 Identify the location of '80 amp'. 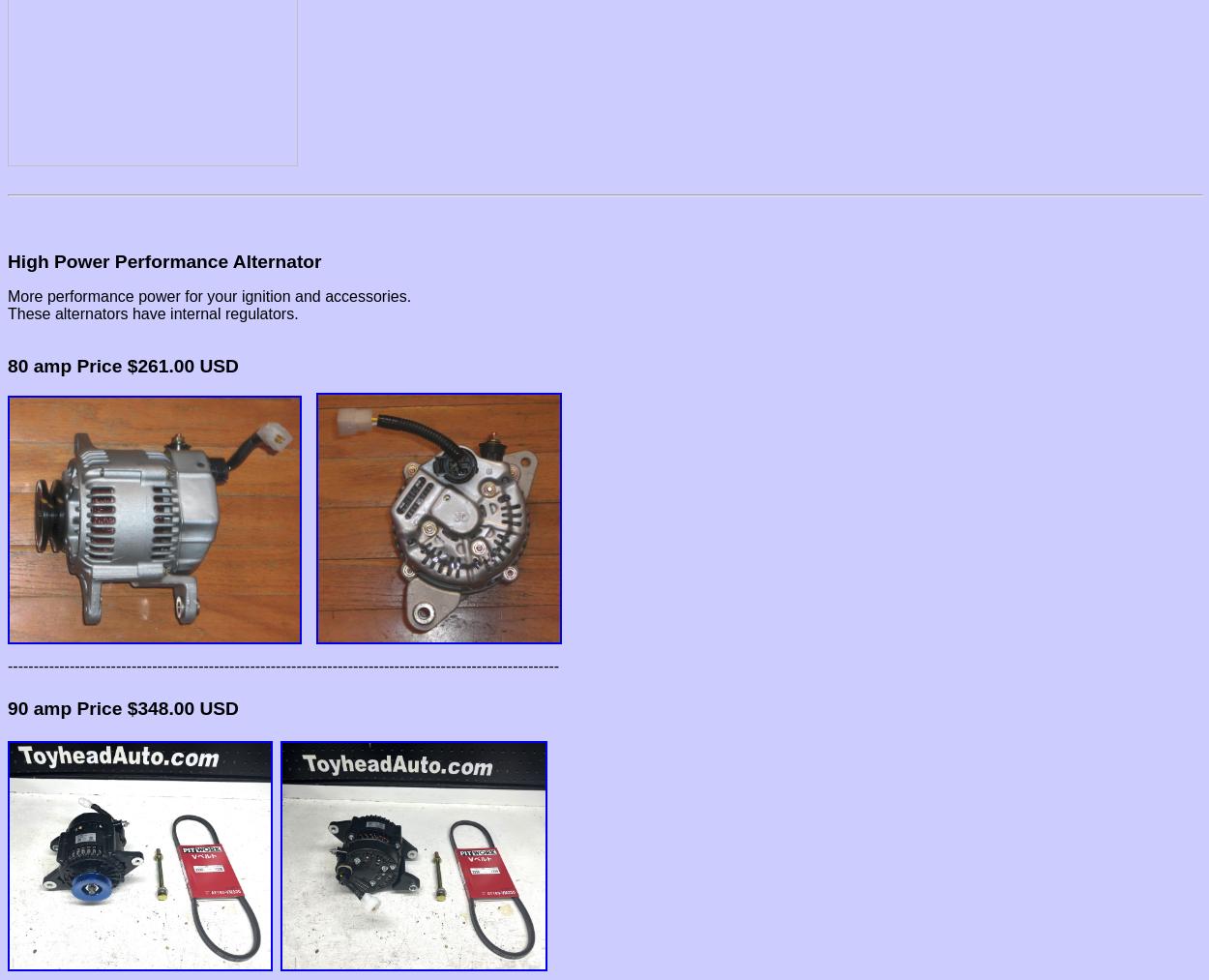
(40, 365).